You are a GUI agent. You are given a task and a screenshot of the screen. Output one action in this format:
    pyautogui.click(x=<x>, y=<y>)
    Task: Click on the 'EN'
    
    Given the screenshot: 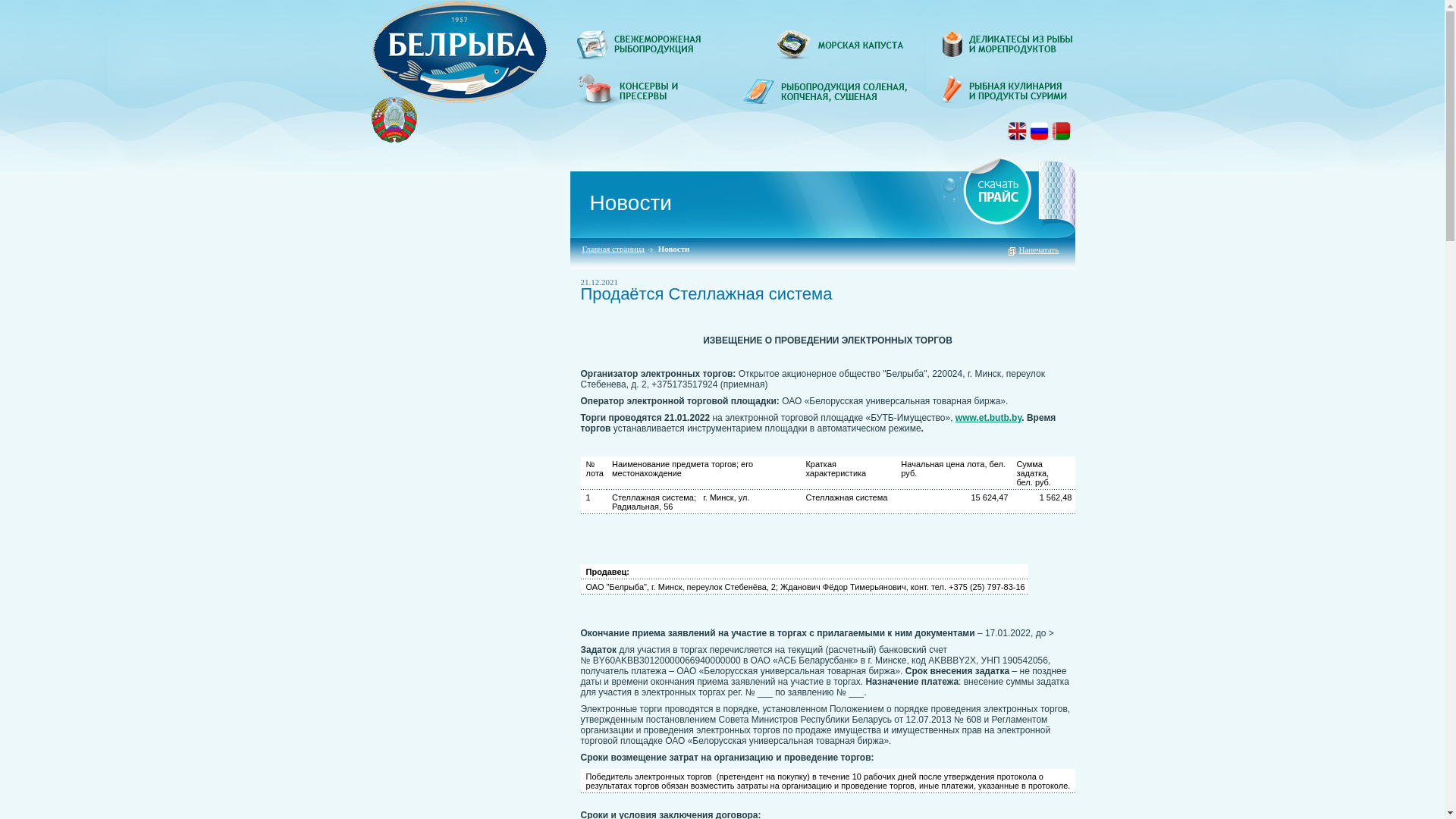 What is the action you would take?
    pyautogui.click(x=1017, y=130)
    